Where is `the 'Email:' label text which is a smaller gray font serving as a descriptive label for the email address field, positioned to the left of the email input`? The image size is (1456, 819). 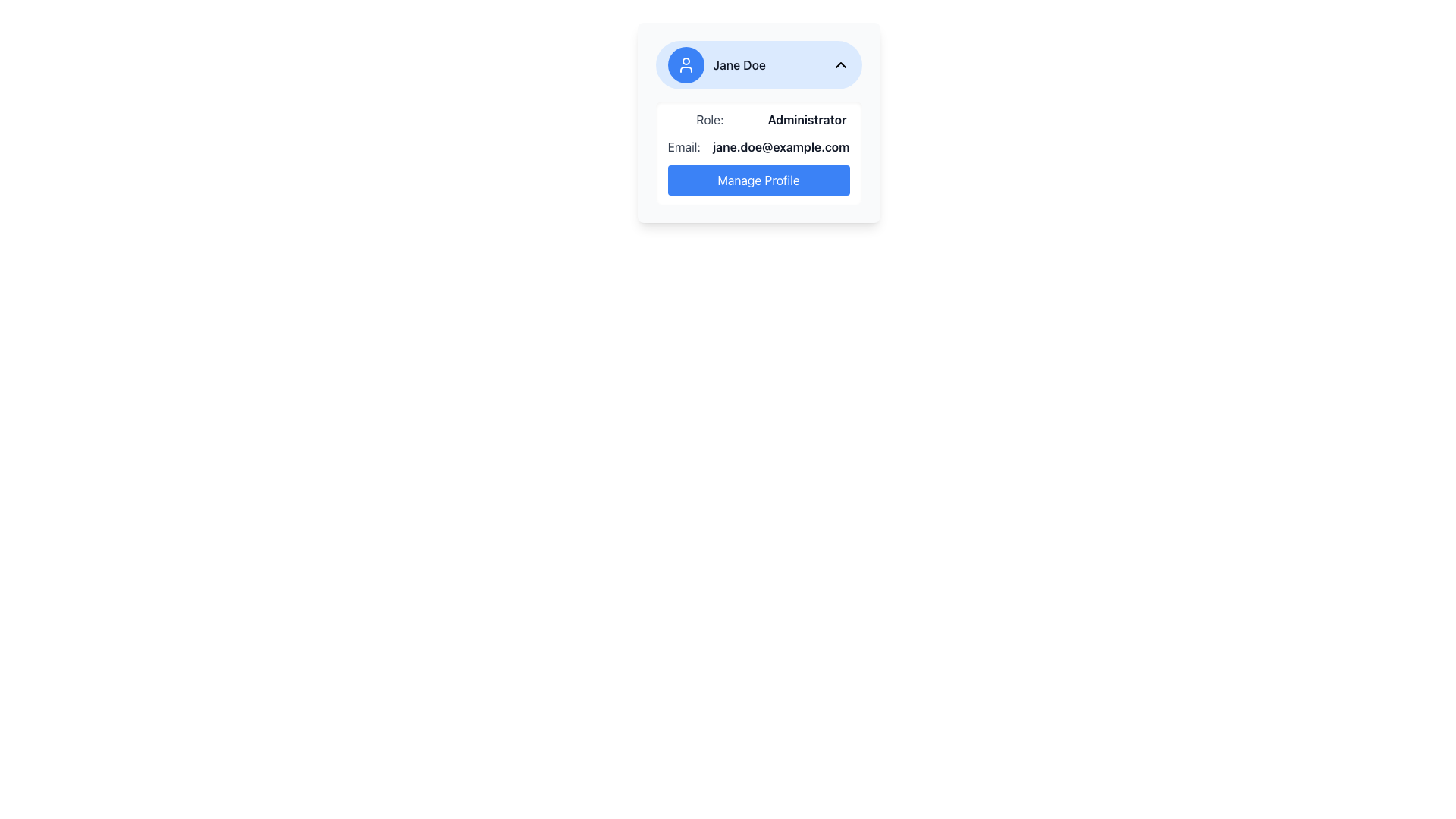 the 'Email:' label text which is a smaller gray font serving as a descriptive label for the email address field, positioned to the left of the email input is located at coordinates (683, 146).